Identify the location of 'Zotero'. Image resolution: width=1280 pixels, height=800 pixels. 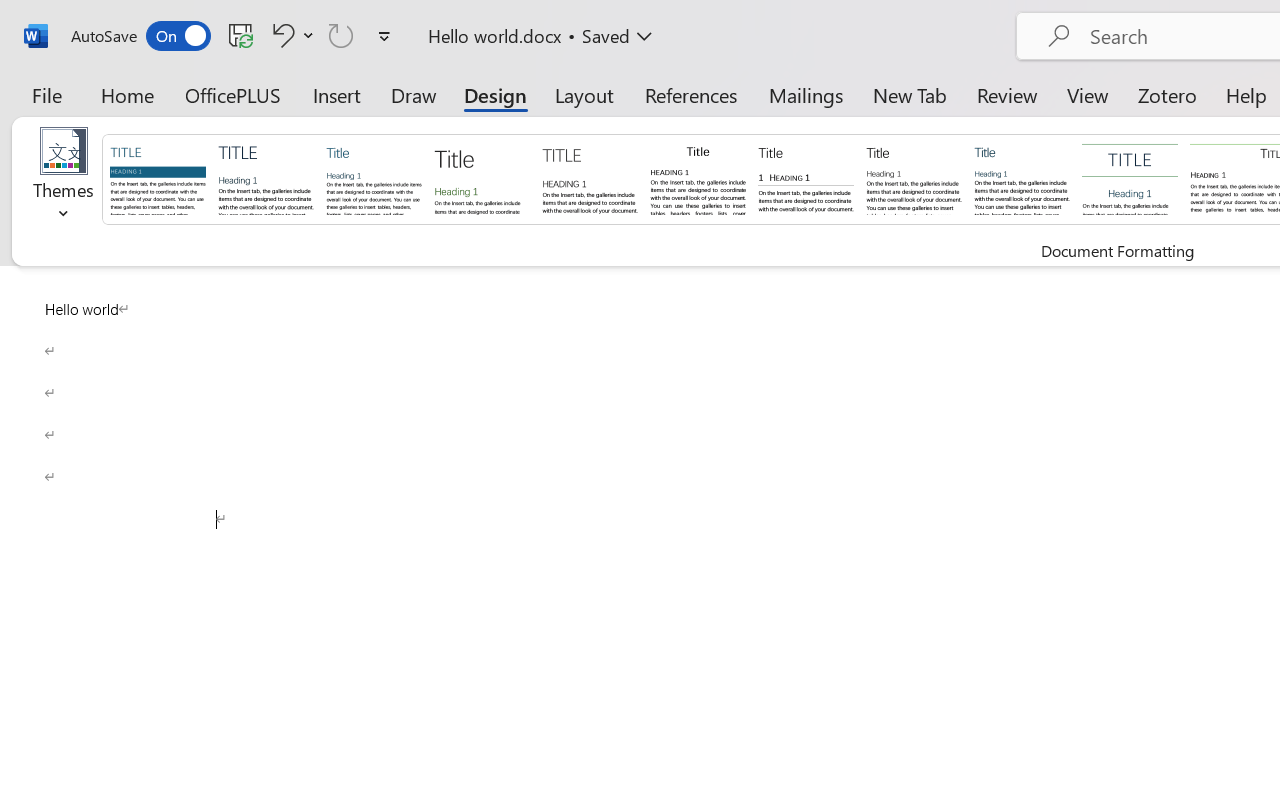
(1167, 94).